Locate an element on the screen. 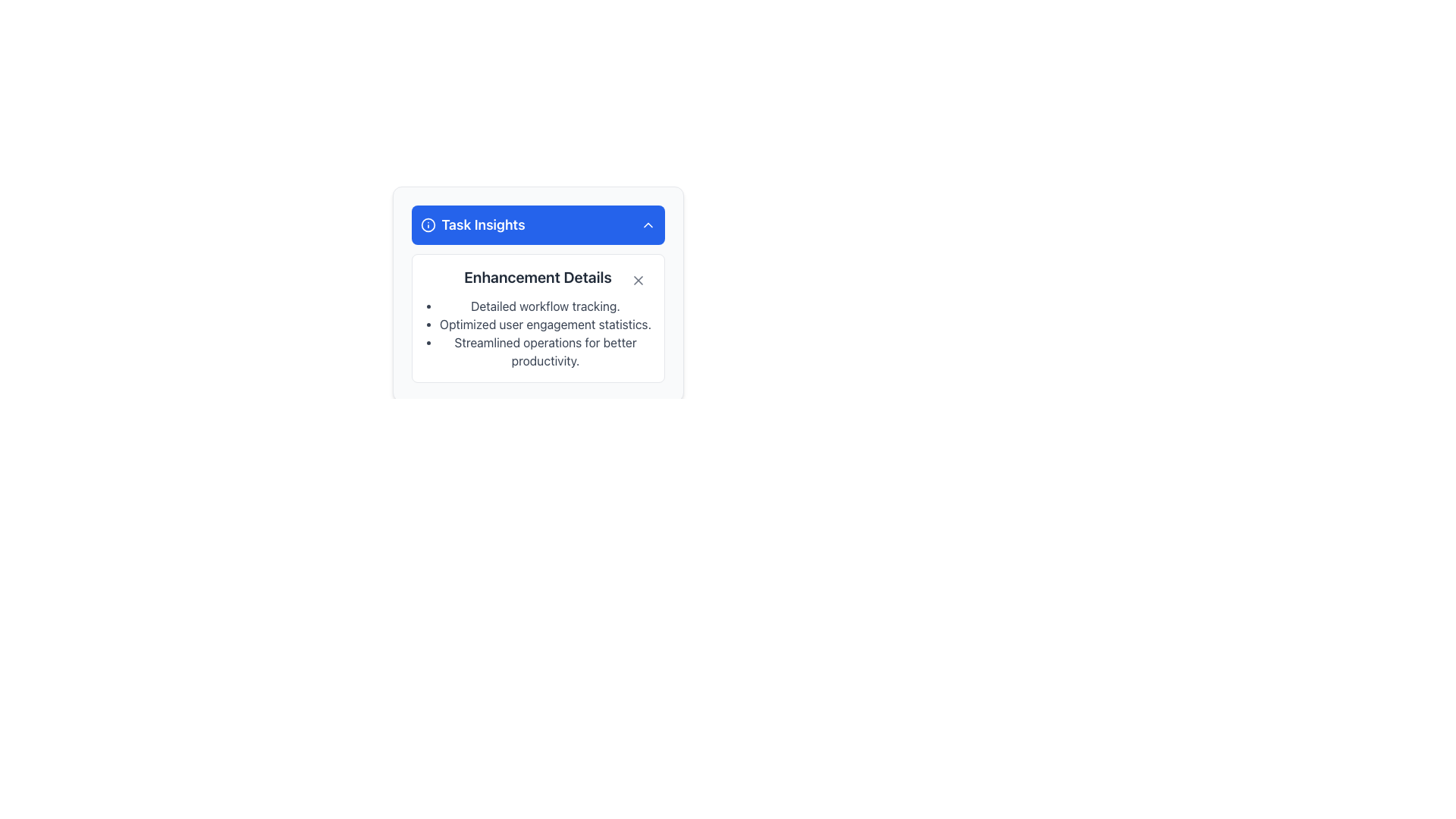 The height and width of the screenshot is (819, 1456). second bullet point text under the 'Enhancement Details' section in the 'Task Insights' area, which provides information about optimized user engagement statistics is located at coordinates (545, 324).